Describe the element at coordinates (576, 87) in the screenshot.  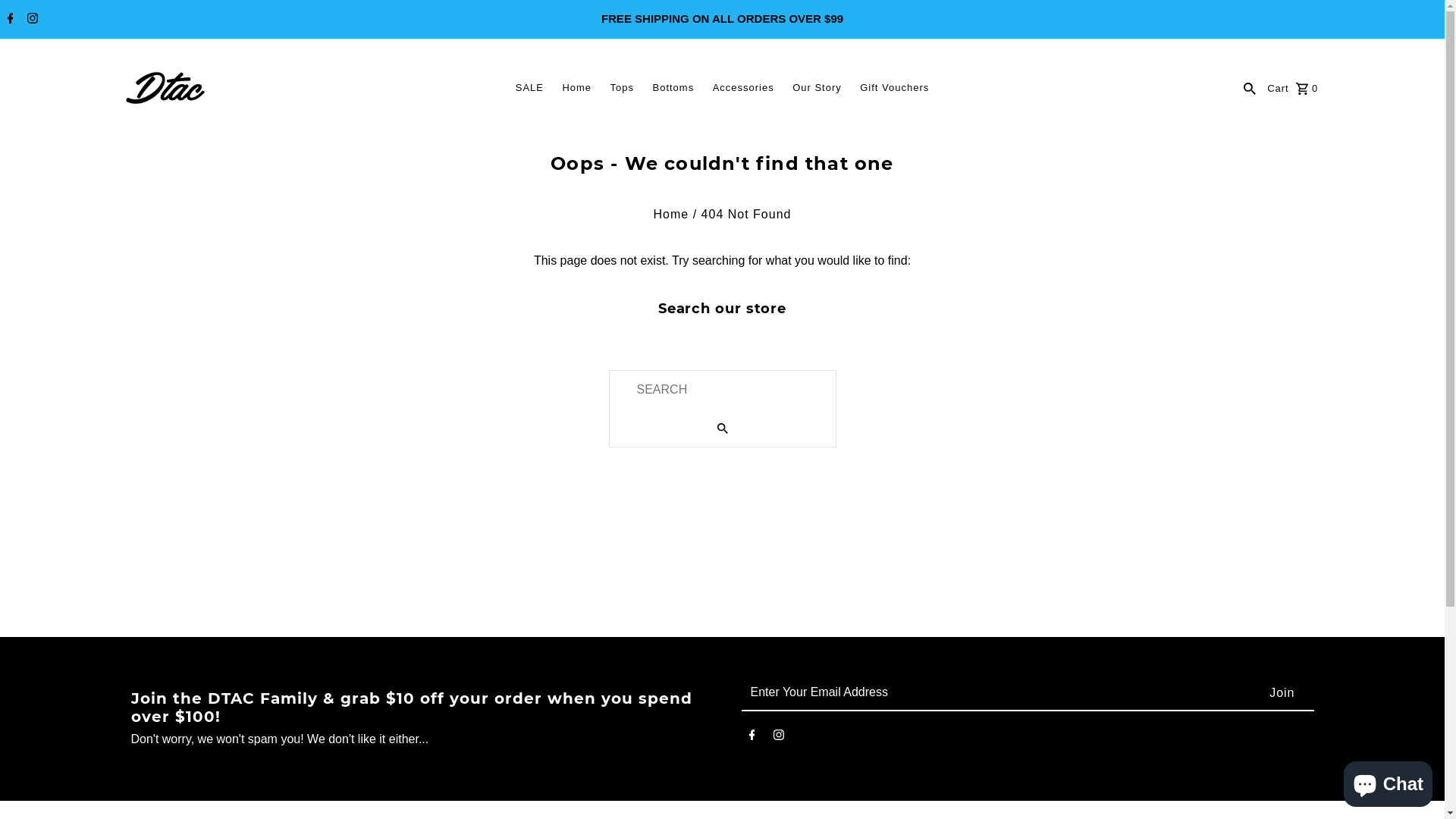
I see `'Home'` at that location.